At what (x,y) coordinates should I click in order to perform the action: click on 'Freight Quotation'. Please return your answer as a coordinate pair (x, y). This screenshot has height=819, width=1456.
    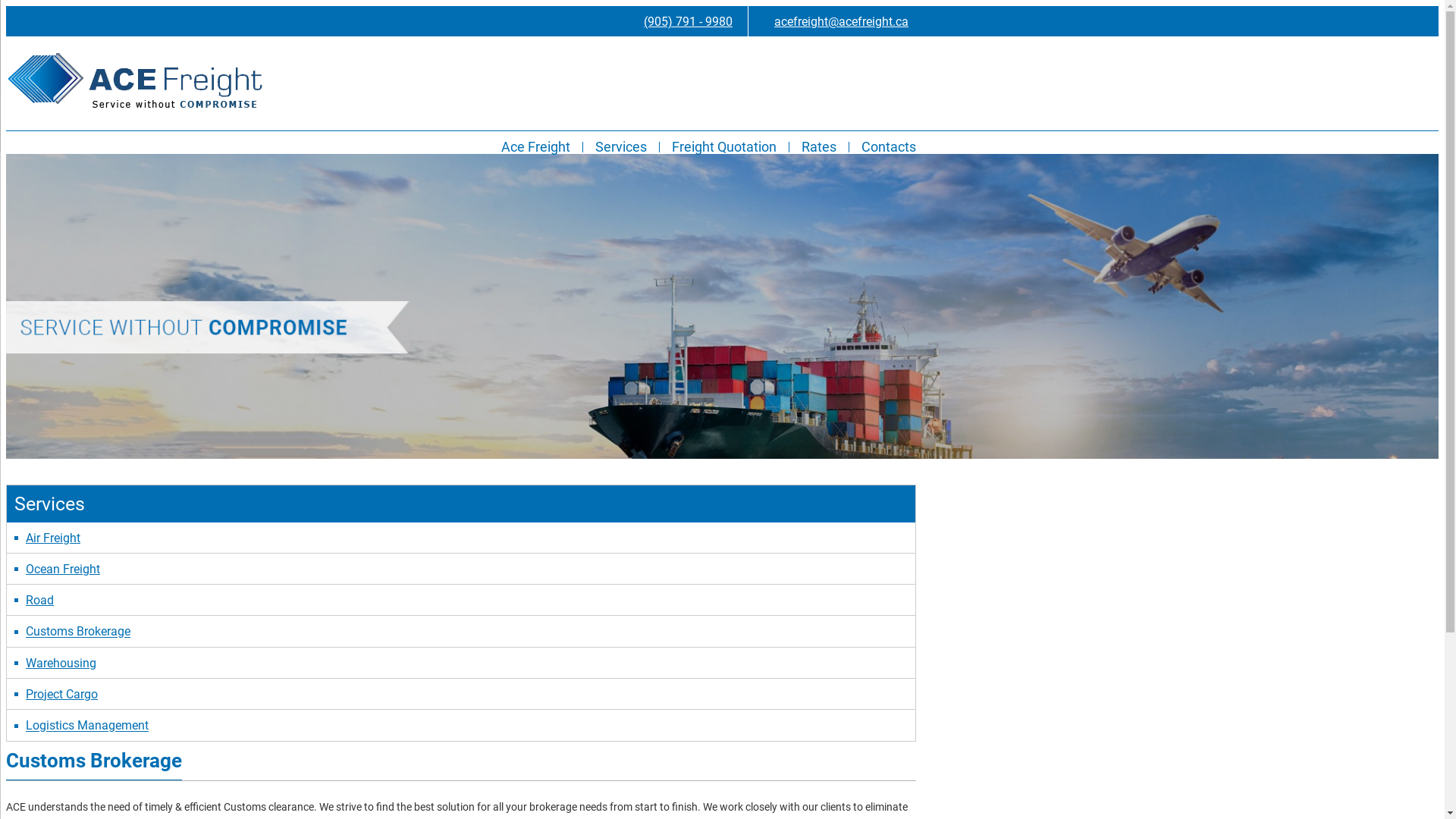
    Looking at the image, I should click on (723, 146).